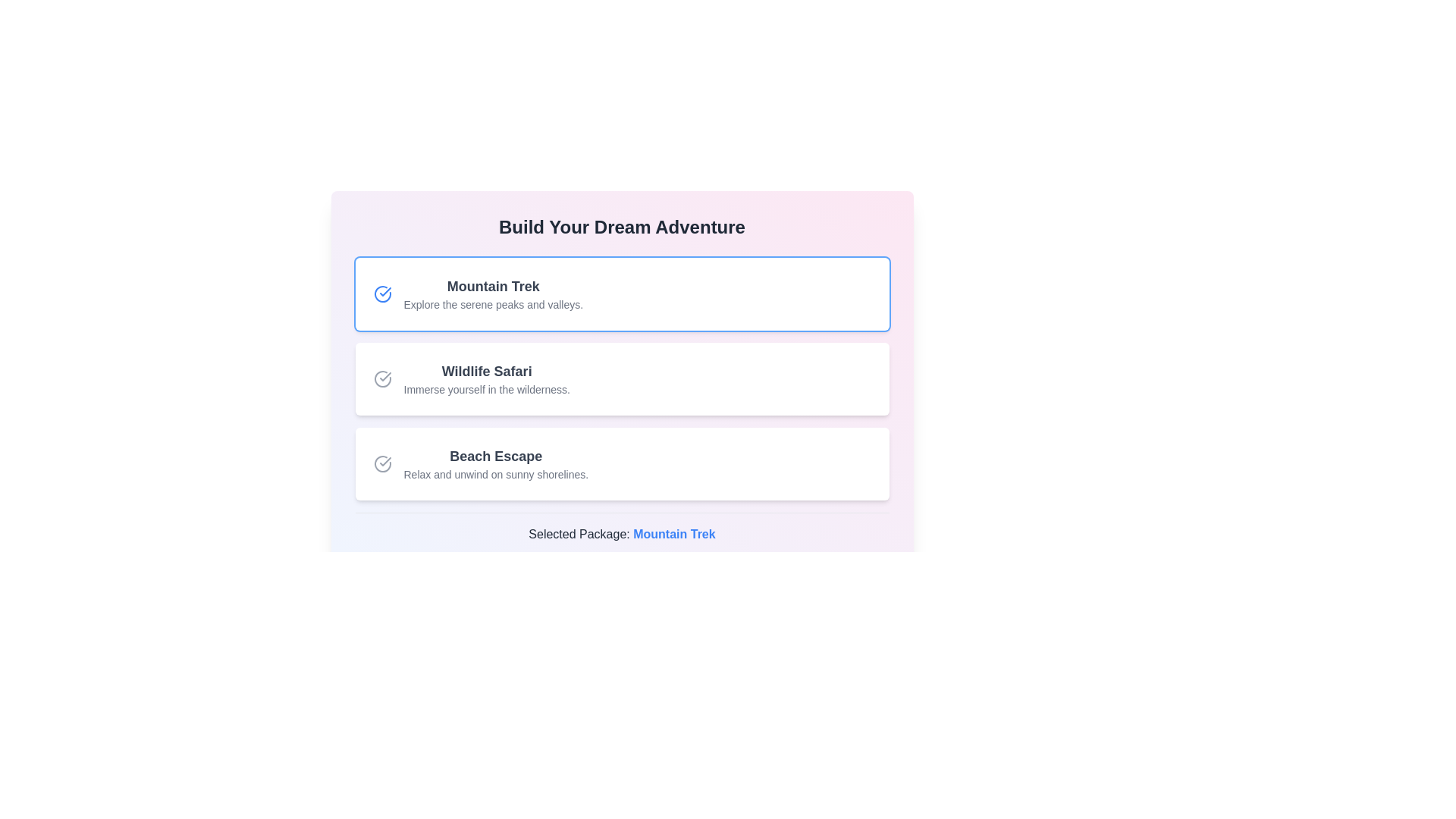 The width and height of the screenshot is (1456, 819). Describe the element at coordinates (487, 371) in the screenshot. I see `the text label 'Wildlife Safari', which is prominently displayed in a larger, bold font and gray color, positioned above the subtitle in the second card under 'Build Your Dream Adventure'` at that location.